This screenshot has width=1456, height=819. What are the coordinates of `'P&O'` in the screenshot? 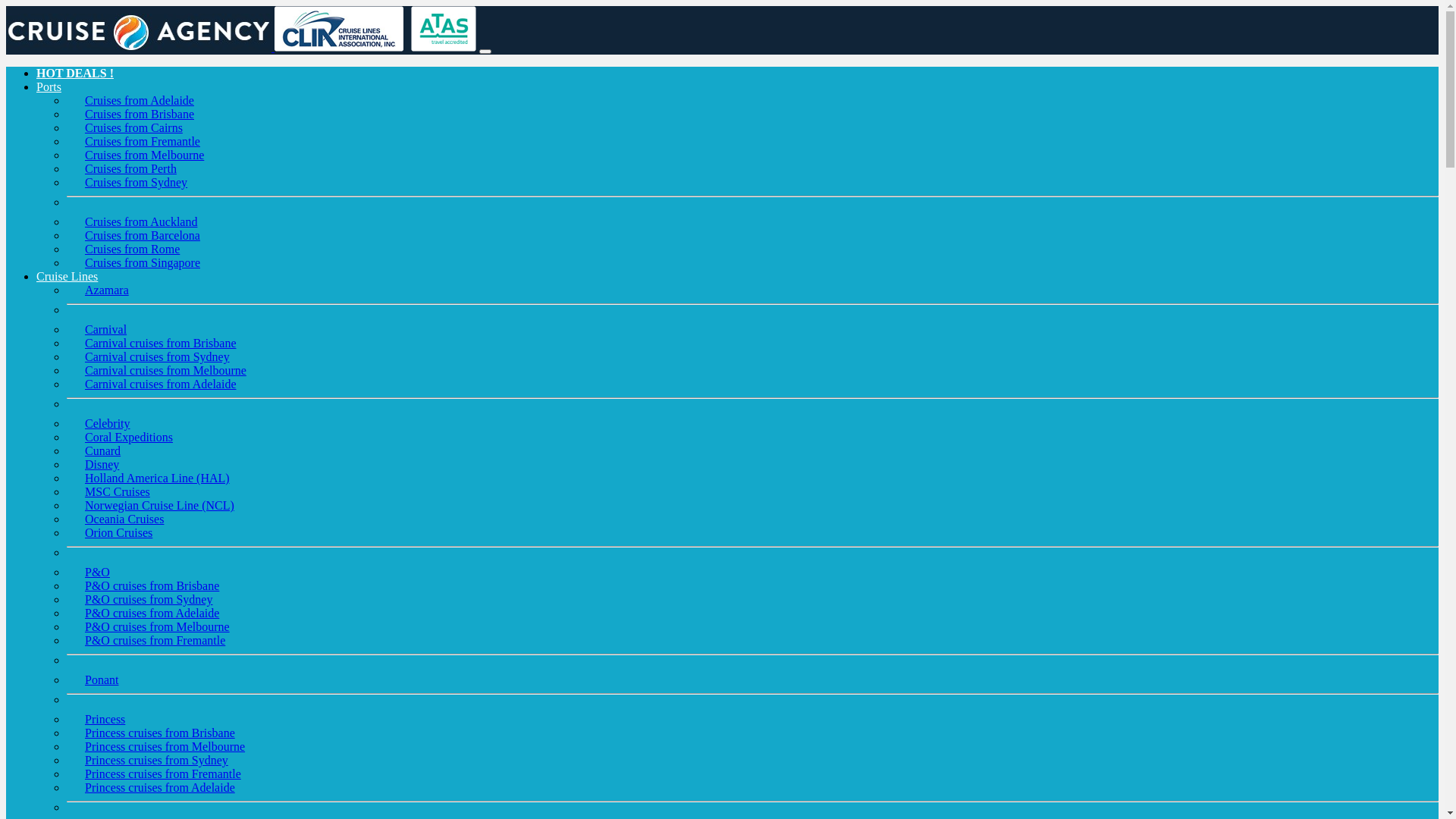 It's located at (96, 572).